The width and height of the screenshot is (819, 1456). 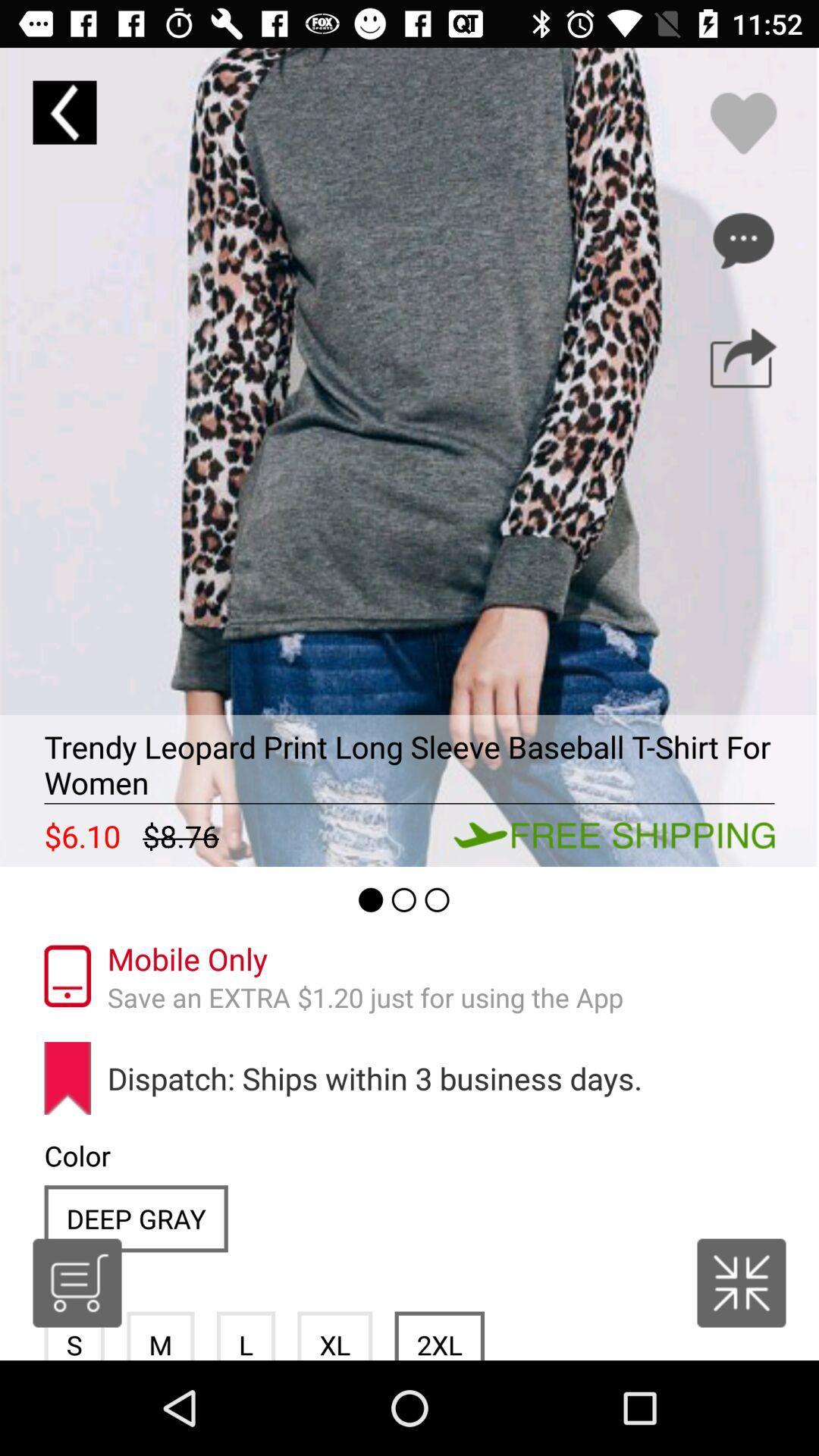 What do you see at coordinates (742, 123) in the screenshot?
I see `it` at bounding box center [742, 123].